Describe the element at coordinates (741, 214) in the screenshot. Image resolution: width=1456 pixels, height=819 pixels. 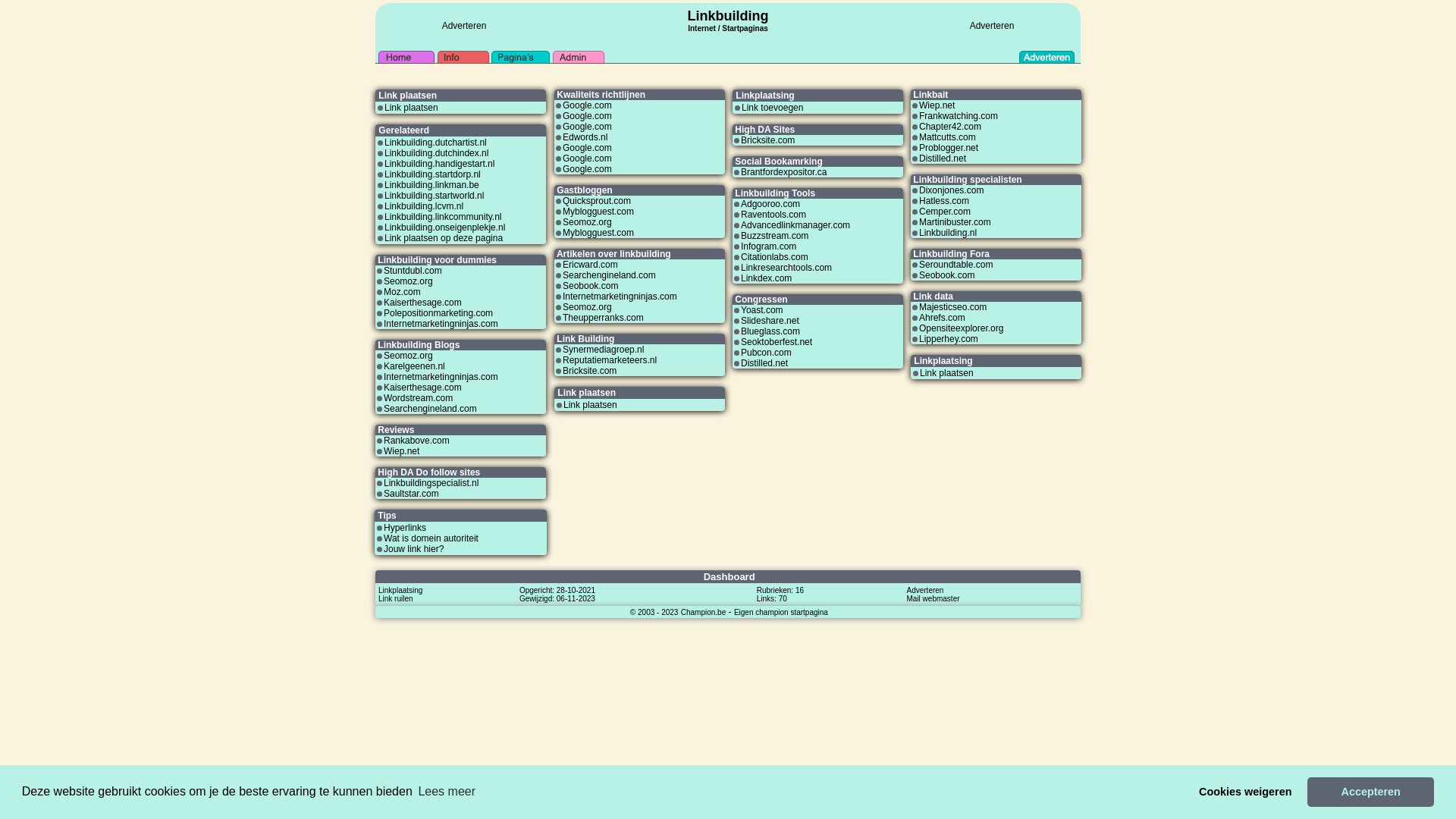
I see `'Raventools.com'` at that location.